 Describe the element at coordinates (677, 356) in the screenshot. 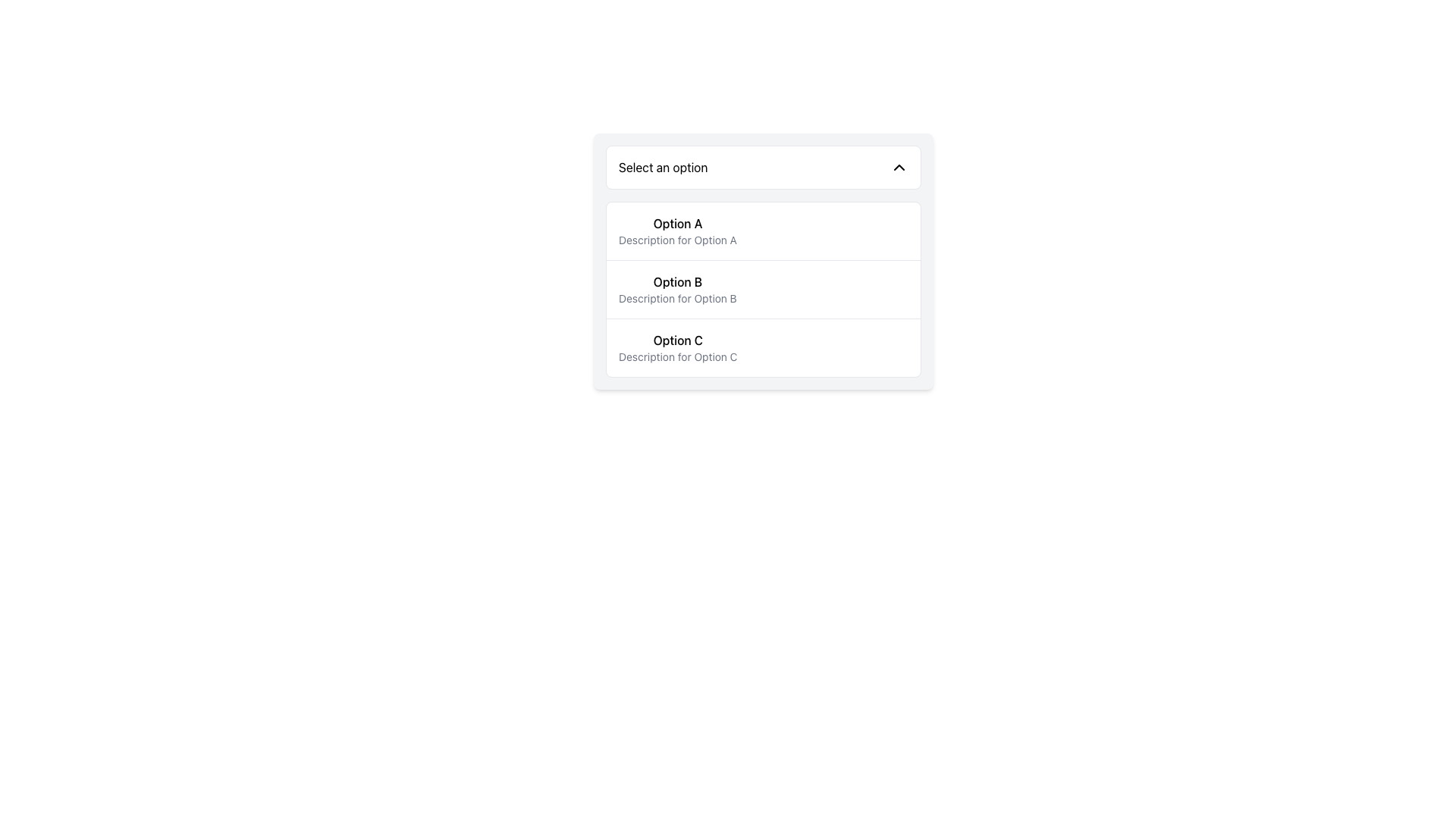

I see `the text label that contains 'Description for Option C', which is a smaller gray text providing additional information beneath 'Option C'` at that location.